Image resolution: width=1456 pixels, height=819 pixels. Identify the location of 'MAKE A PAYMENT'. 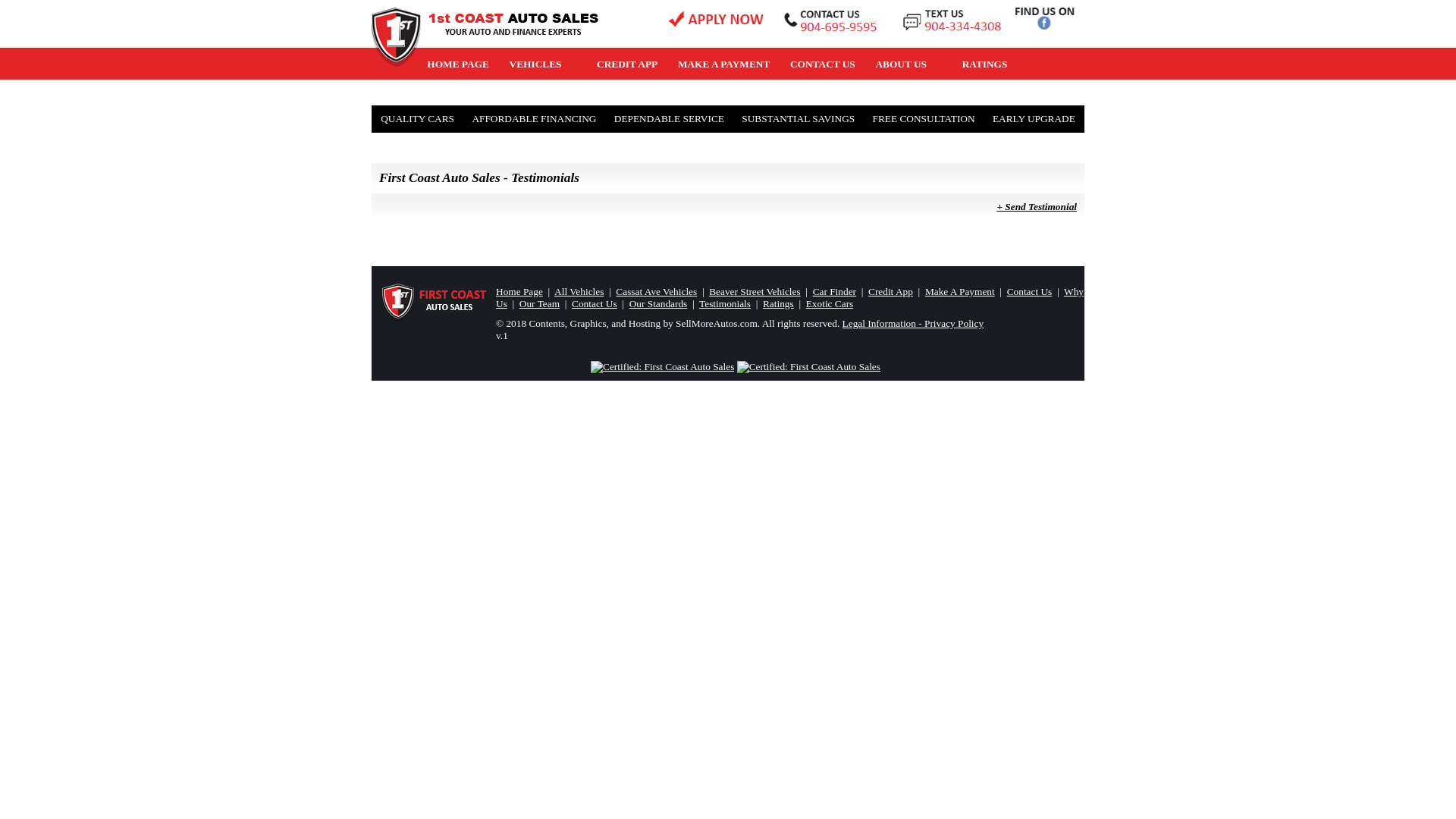
(723, 63).